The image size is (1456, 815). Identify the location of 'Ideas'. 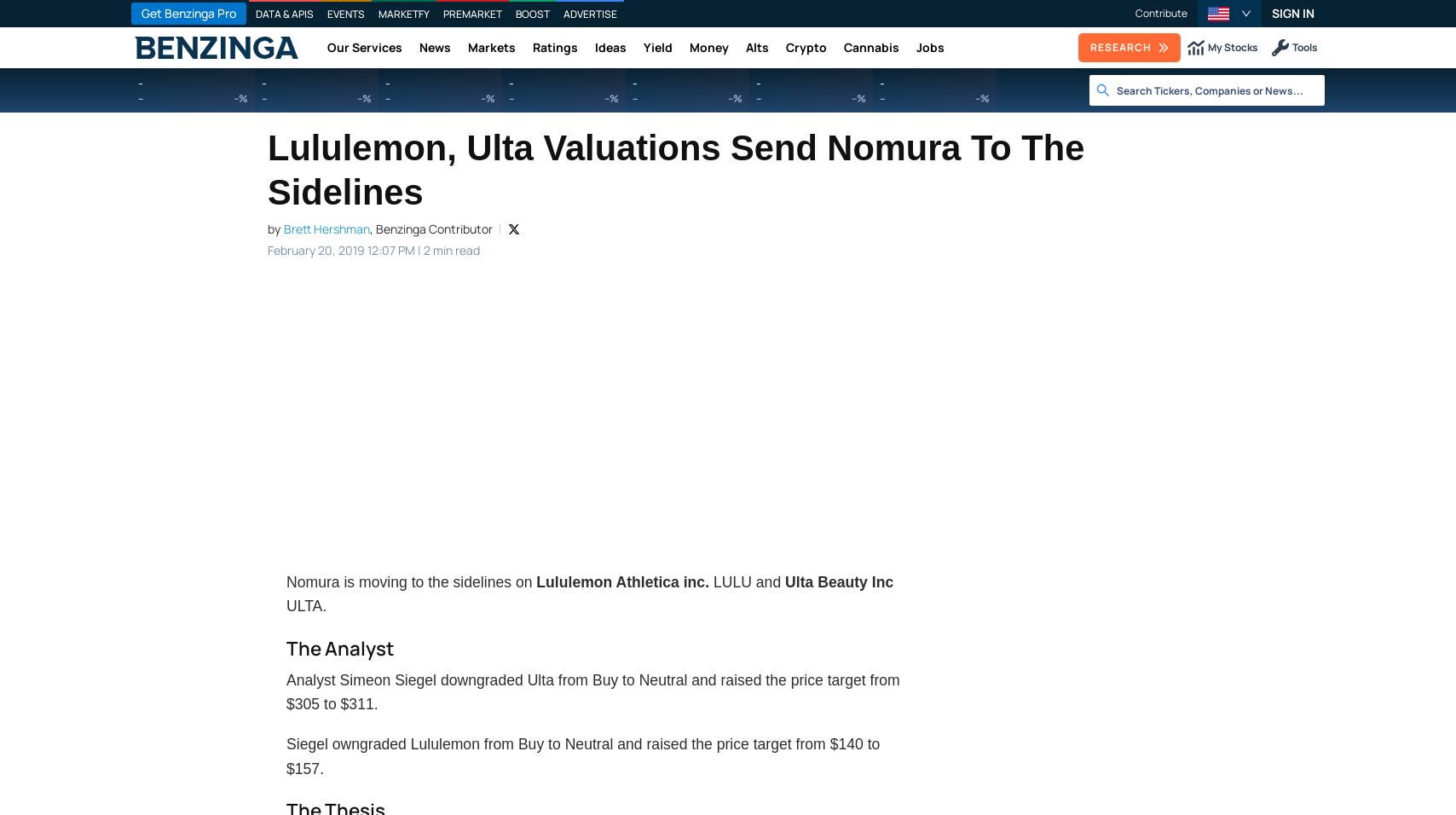
(610, 46).